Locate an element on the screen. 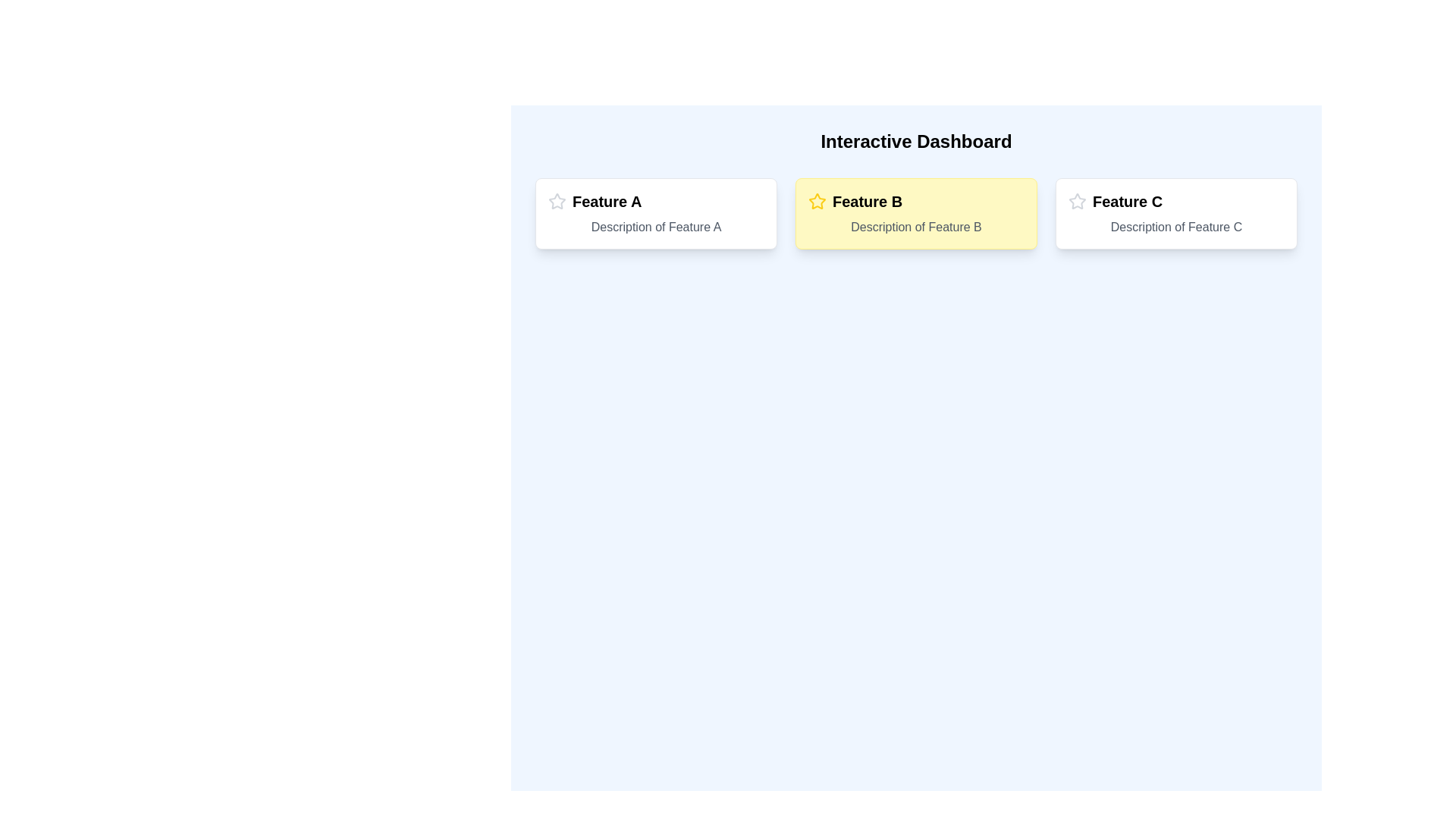  the icon located to the immediate left of the text 'Feature A' in the 'Feature A' section, which suggests its significance or interactivity is located at coordinates (556, 201).